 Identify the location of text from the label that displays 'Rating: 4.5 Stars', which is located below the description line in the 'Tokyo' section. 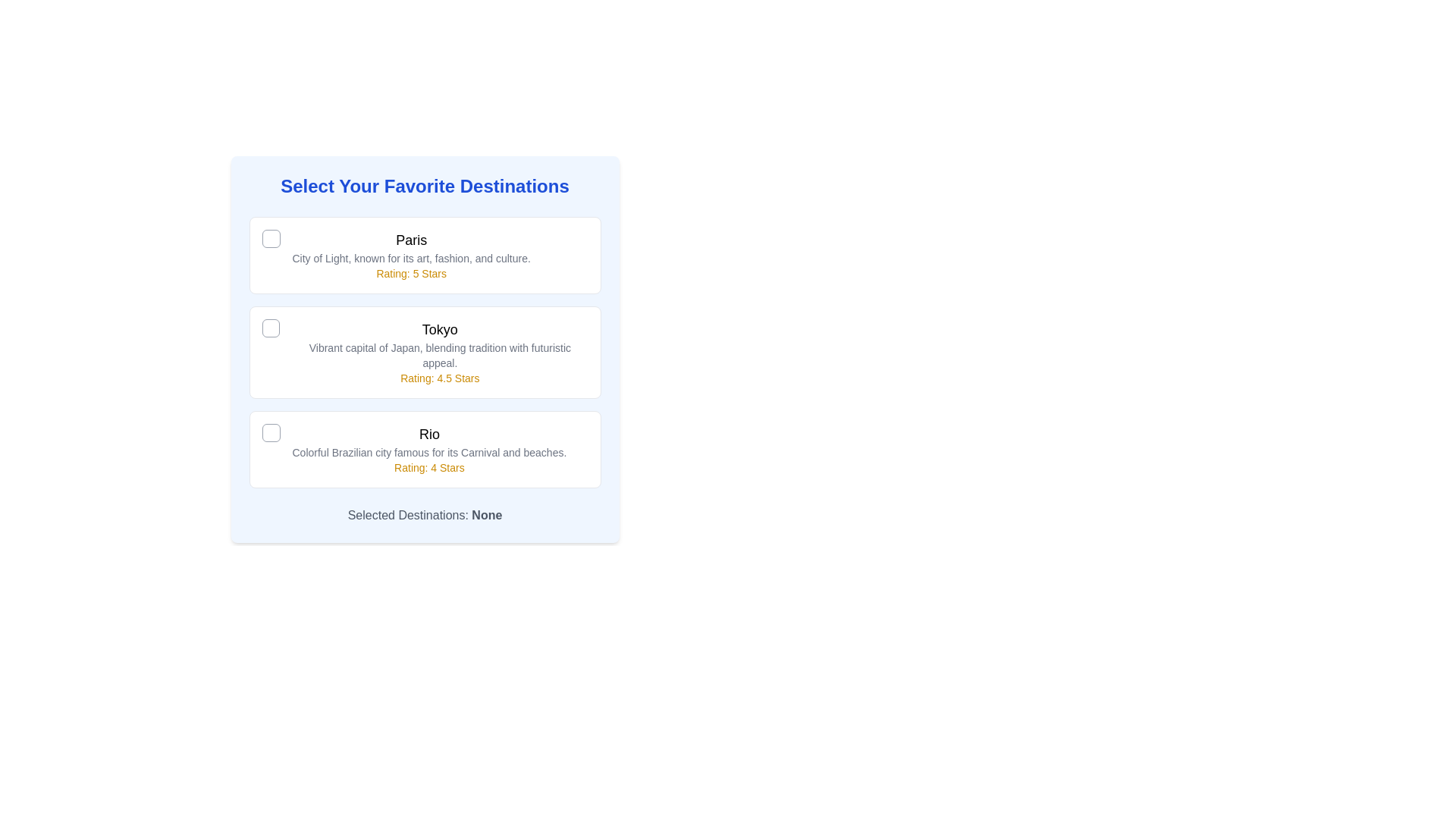
(439, 377).